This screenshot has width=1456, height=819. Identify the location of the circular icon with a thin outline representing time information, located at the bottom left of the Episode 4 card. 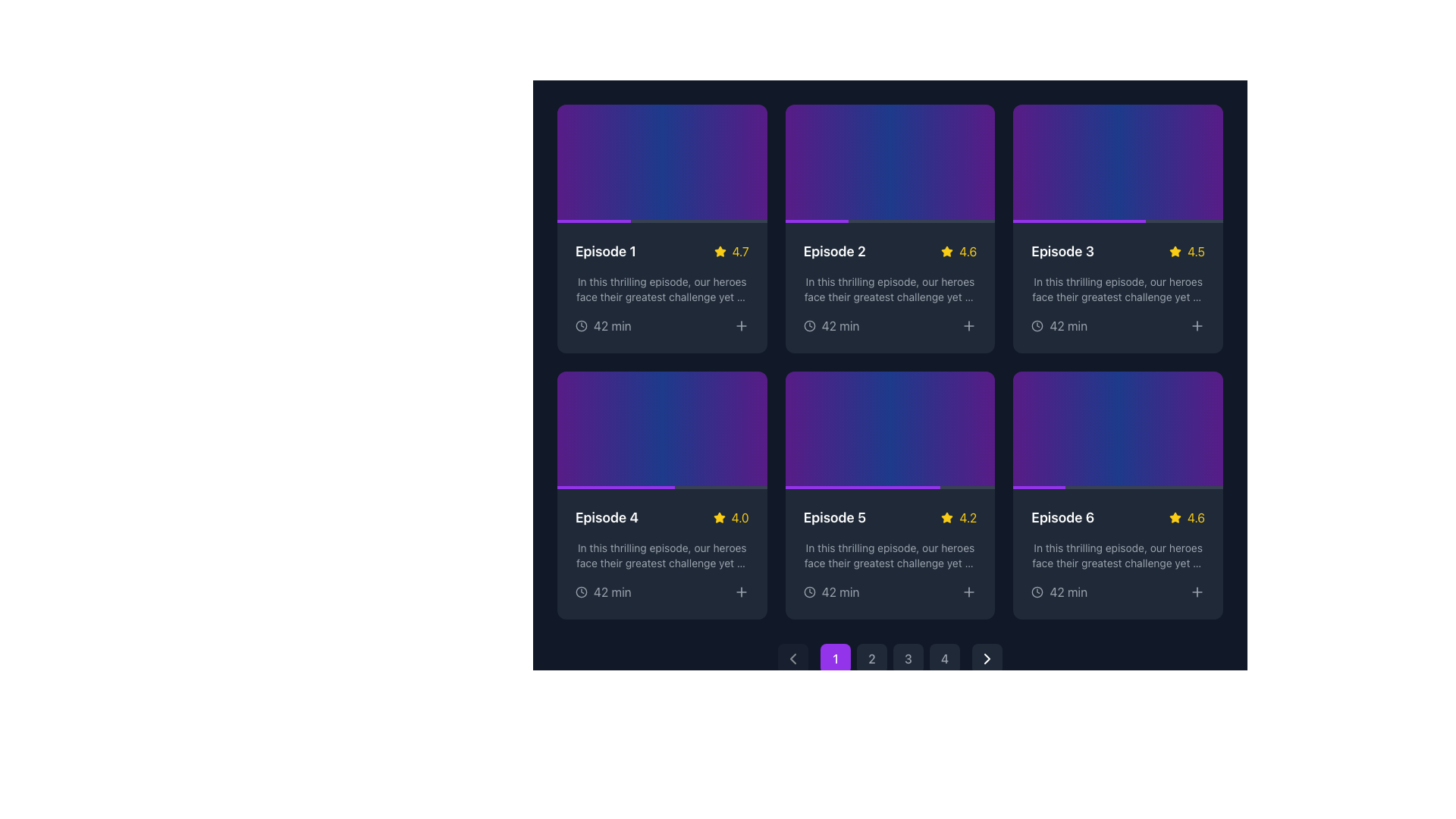
(581, 591).